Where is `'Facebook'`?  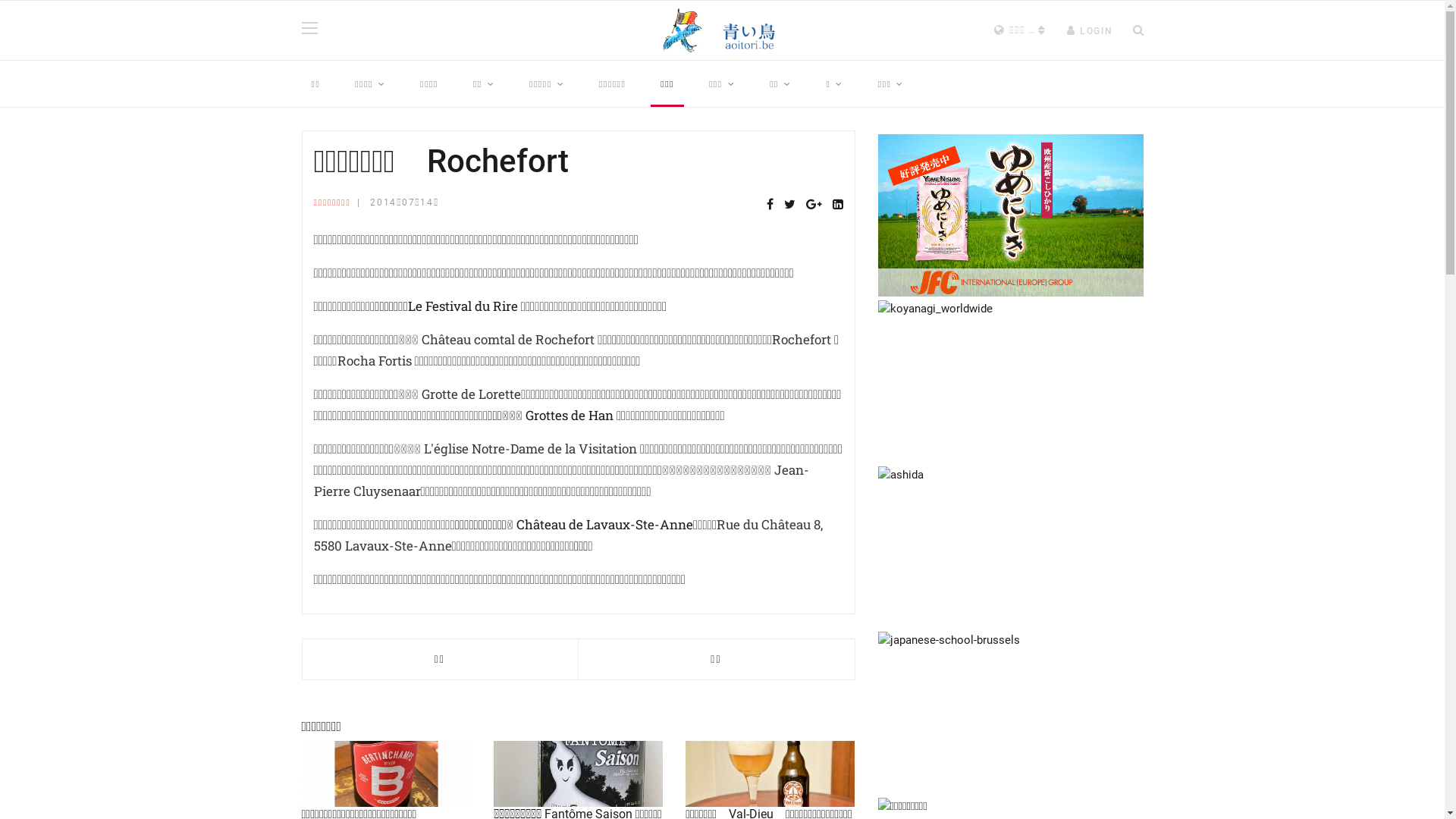
'Facebook' is located at coordinates (769, 205).